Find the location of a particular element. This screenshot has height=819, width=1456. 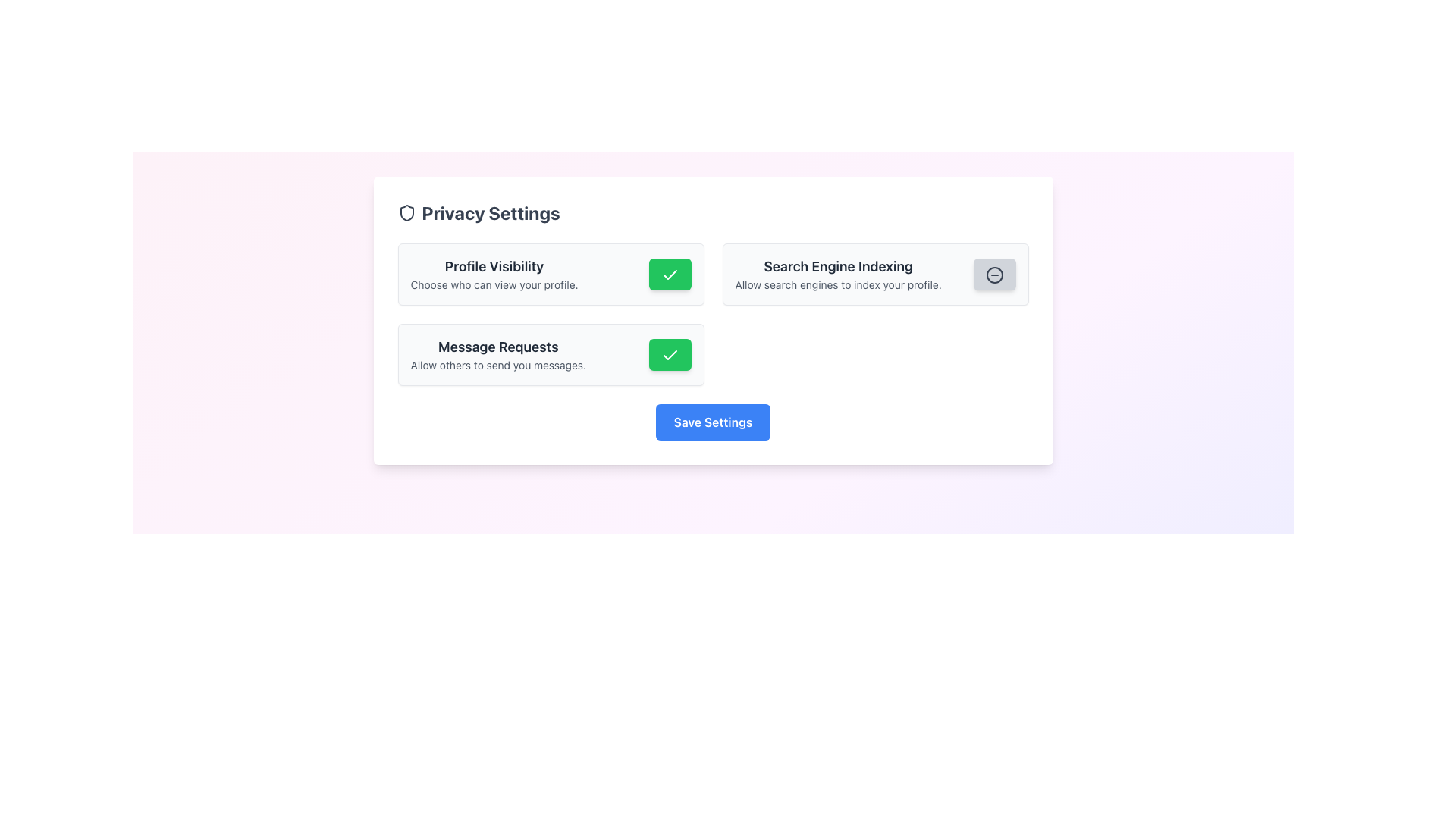

the 'Profile Visibility' icon located in the 'Privacy Settings' section, which indicates that the setting is enabled is located at coordinates (669, 275).